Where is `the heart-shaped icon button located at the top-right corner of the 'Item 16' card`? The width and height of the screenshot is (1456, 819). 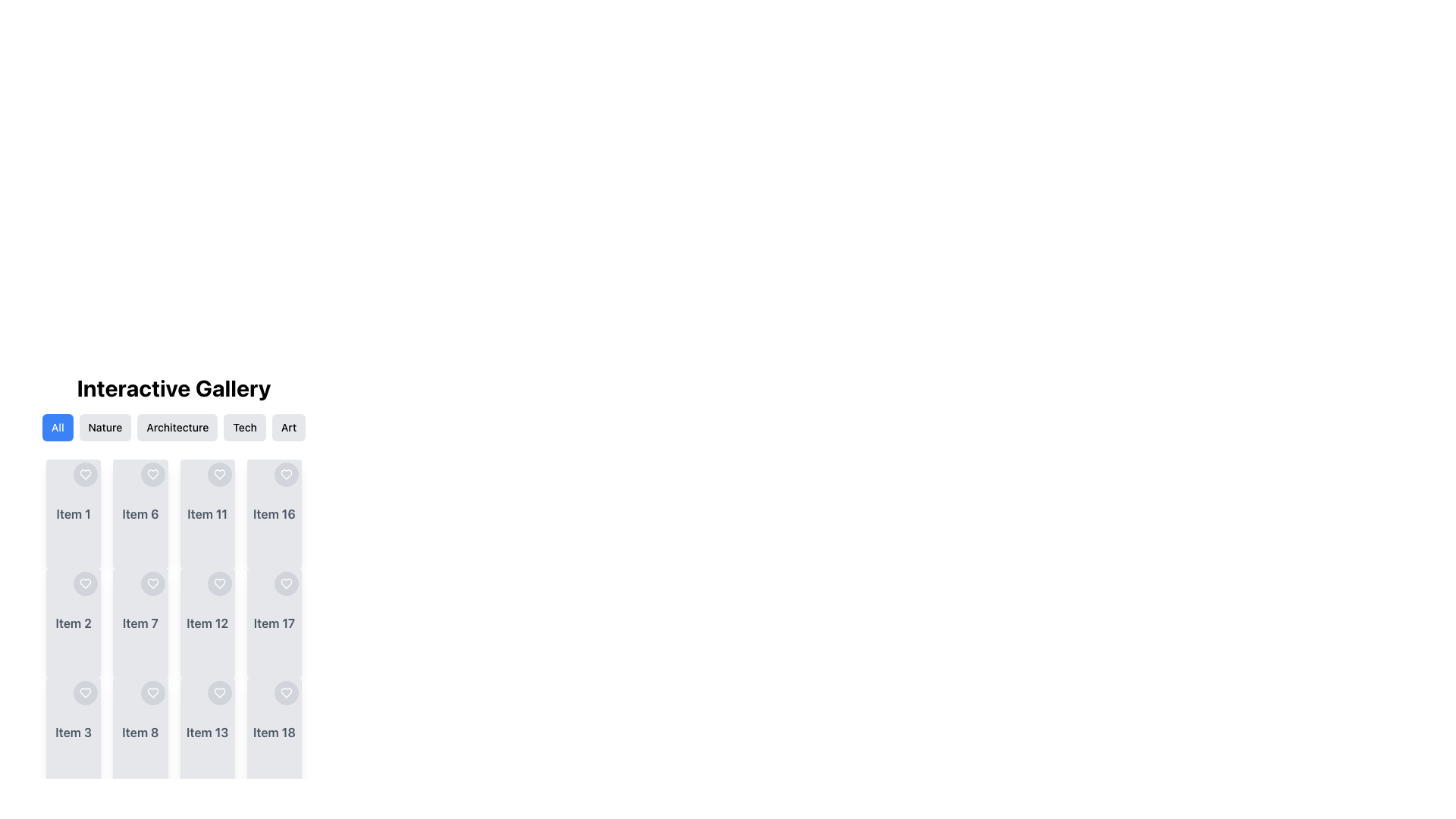
the heart-shaped icon button located at the top-right corner of the 'Item 16' card is located at coordinates (287, 473).